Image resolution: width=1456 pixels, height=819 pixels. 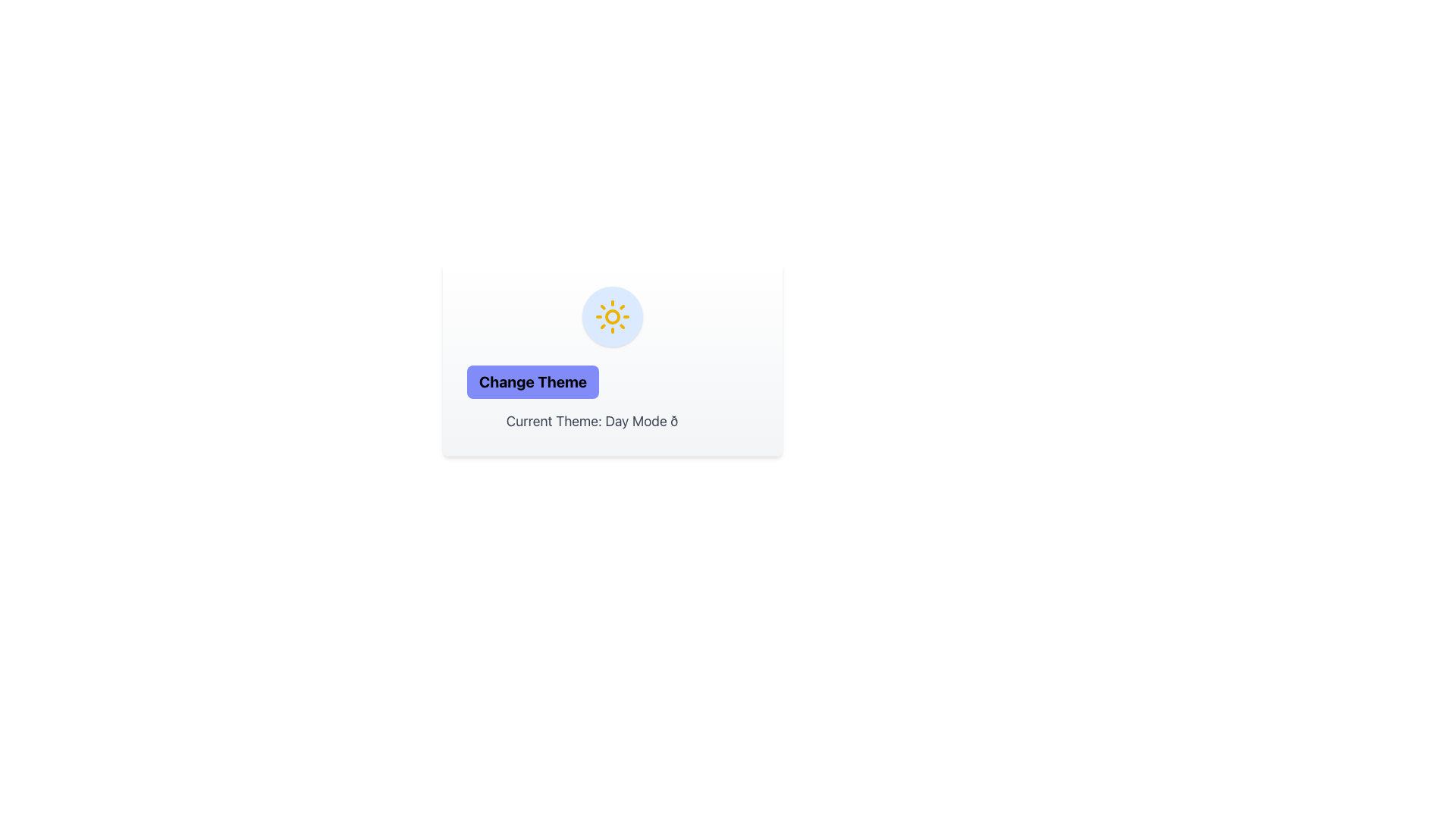 What do you see at coordinates (612, 315) in the screenshot?
I see `the graphic icon representing daylight, which is a circular button with a light blue background and a yellow sun icon at its center, located above the 'Change Theme' button` at bounding box center [612, 315].